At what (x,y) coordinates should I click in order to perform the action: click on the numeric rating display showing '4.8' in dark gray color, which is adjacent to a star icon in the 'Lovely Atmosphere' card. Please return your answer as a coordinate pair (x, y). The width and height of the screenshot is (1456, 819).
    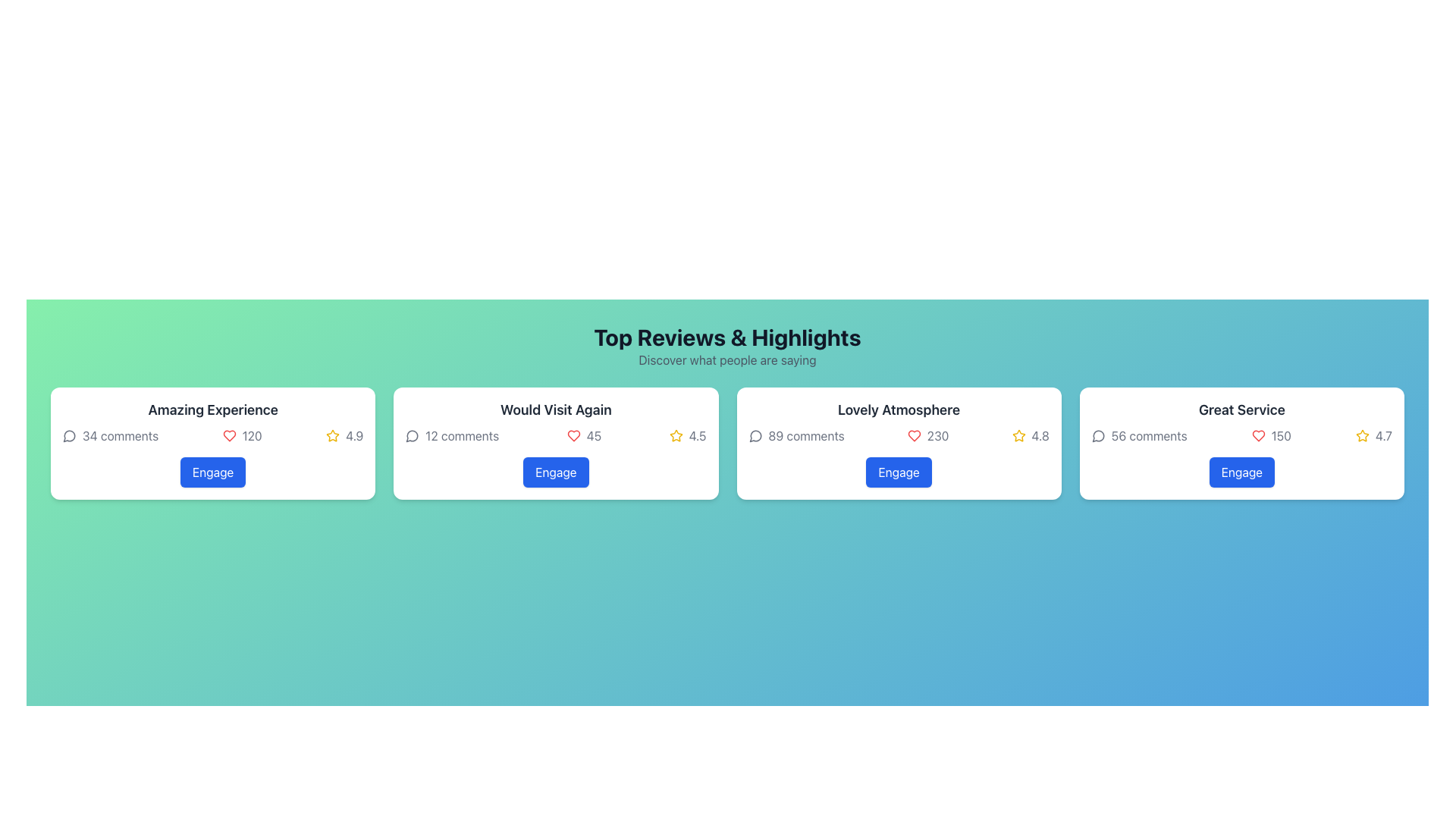
    Looking at the image, I should click on (1040, 435).